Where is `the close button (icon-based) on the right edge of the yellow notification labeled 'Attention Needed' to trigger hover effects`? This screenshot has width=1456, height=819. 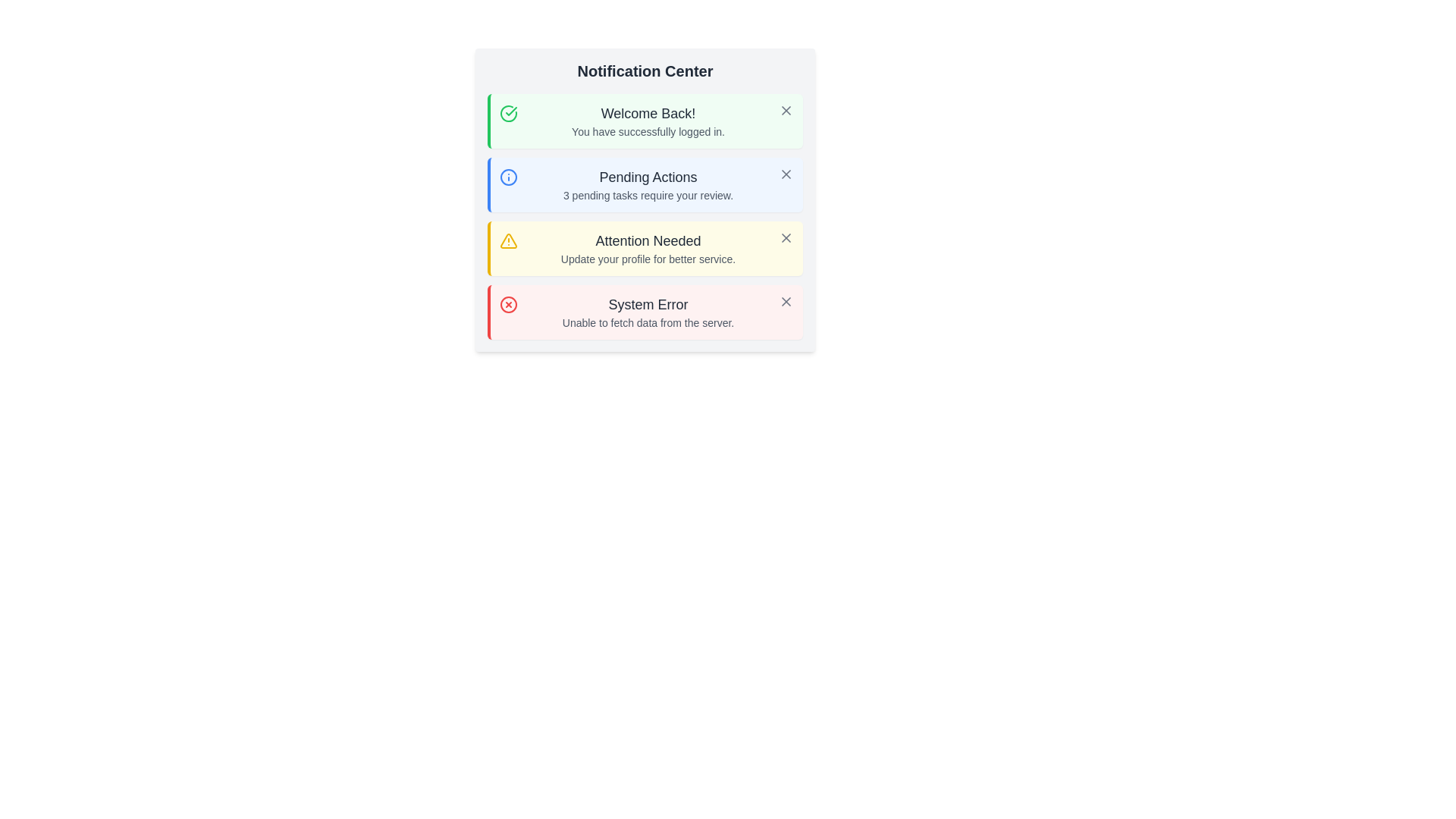
the close button (icon-based) on the right edge of the yellow notification labeled 'Attention Needed' to trigger hover effects is located at coordinates (786, 237).